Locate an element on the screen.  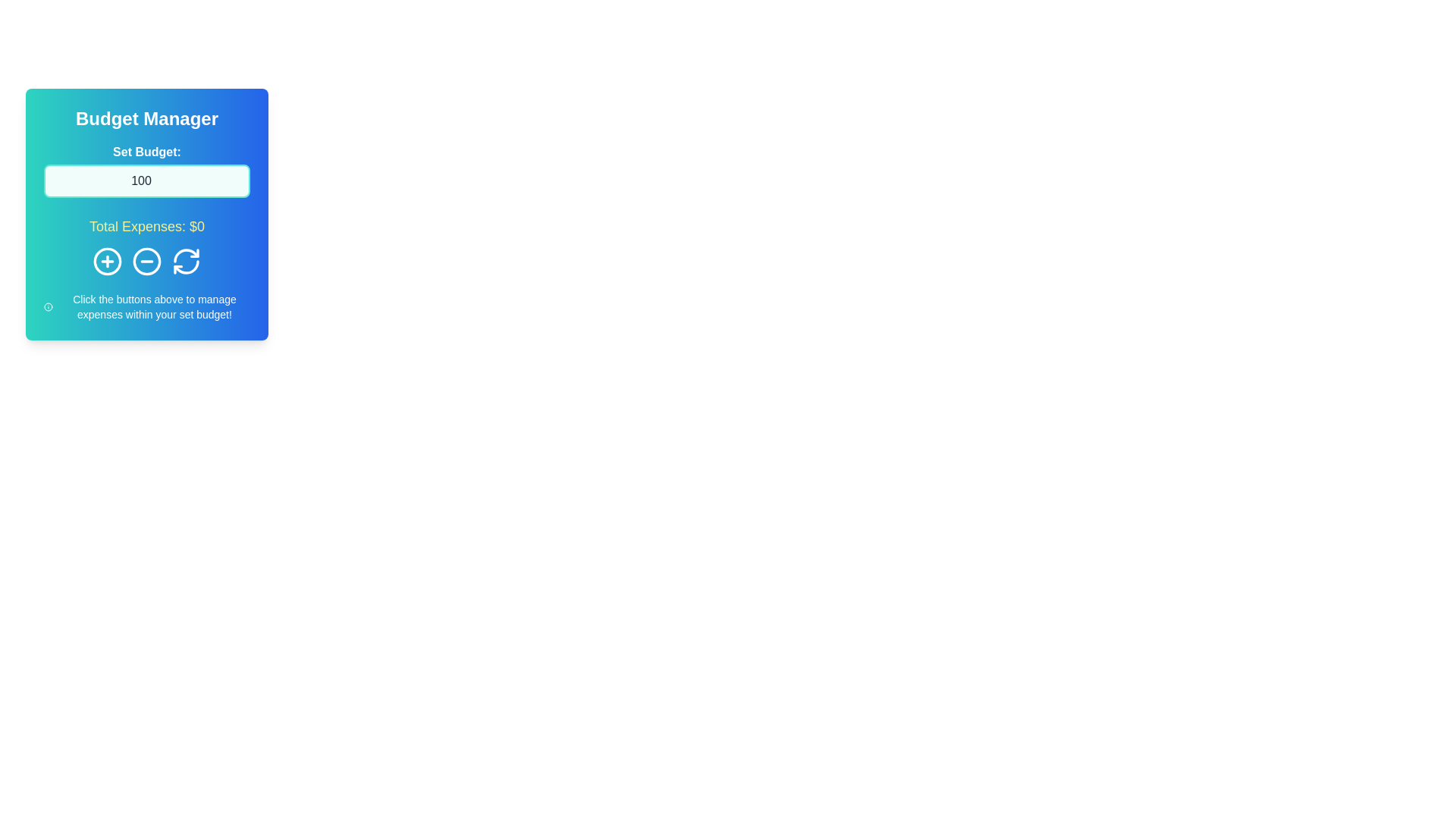
the circular button with a plus sign (+) inside, which is styled in white on a blue background is located at coordinates (107, 260).